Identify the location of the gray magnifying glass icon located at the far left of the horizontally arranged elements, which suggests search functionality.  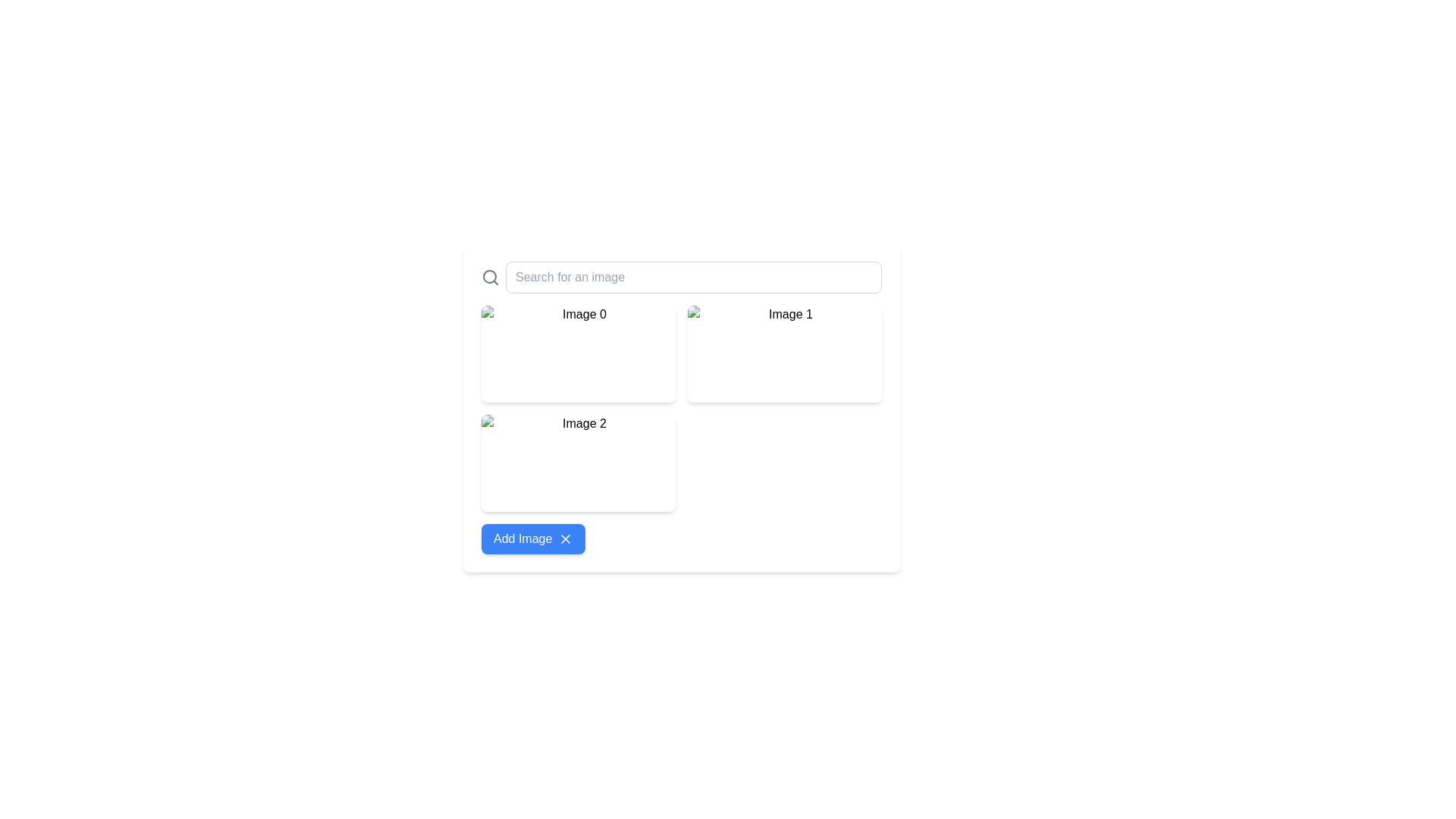
(491, 278).